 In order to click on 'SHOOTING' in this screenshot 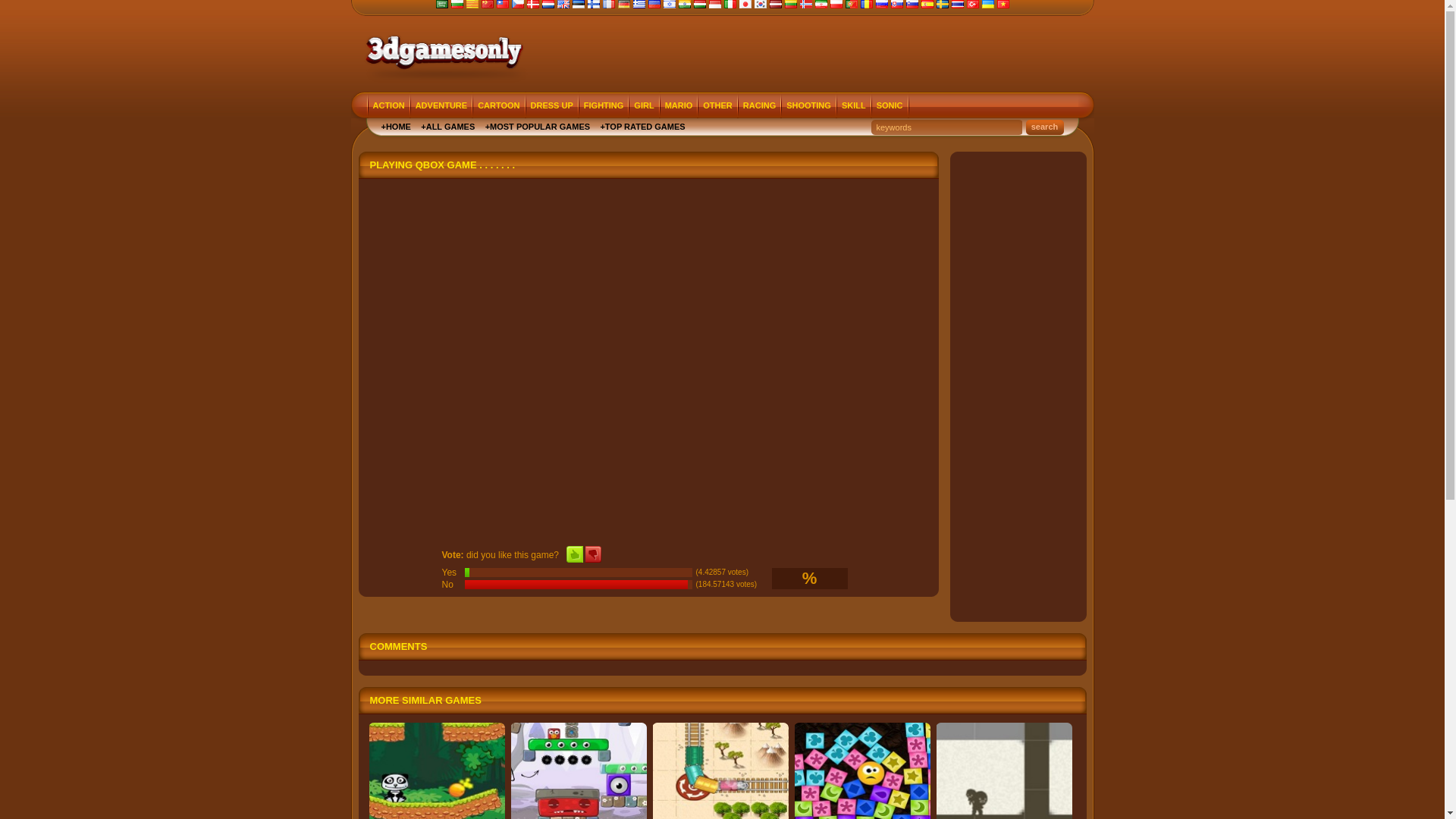, I will do `click(808, 105)`.